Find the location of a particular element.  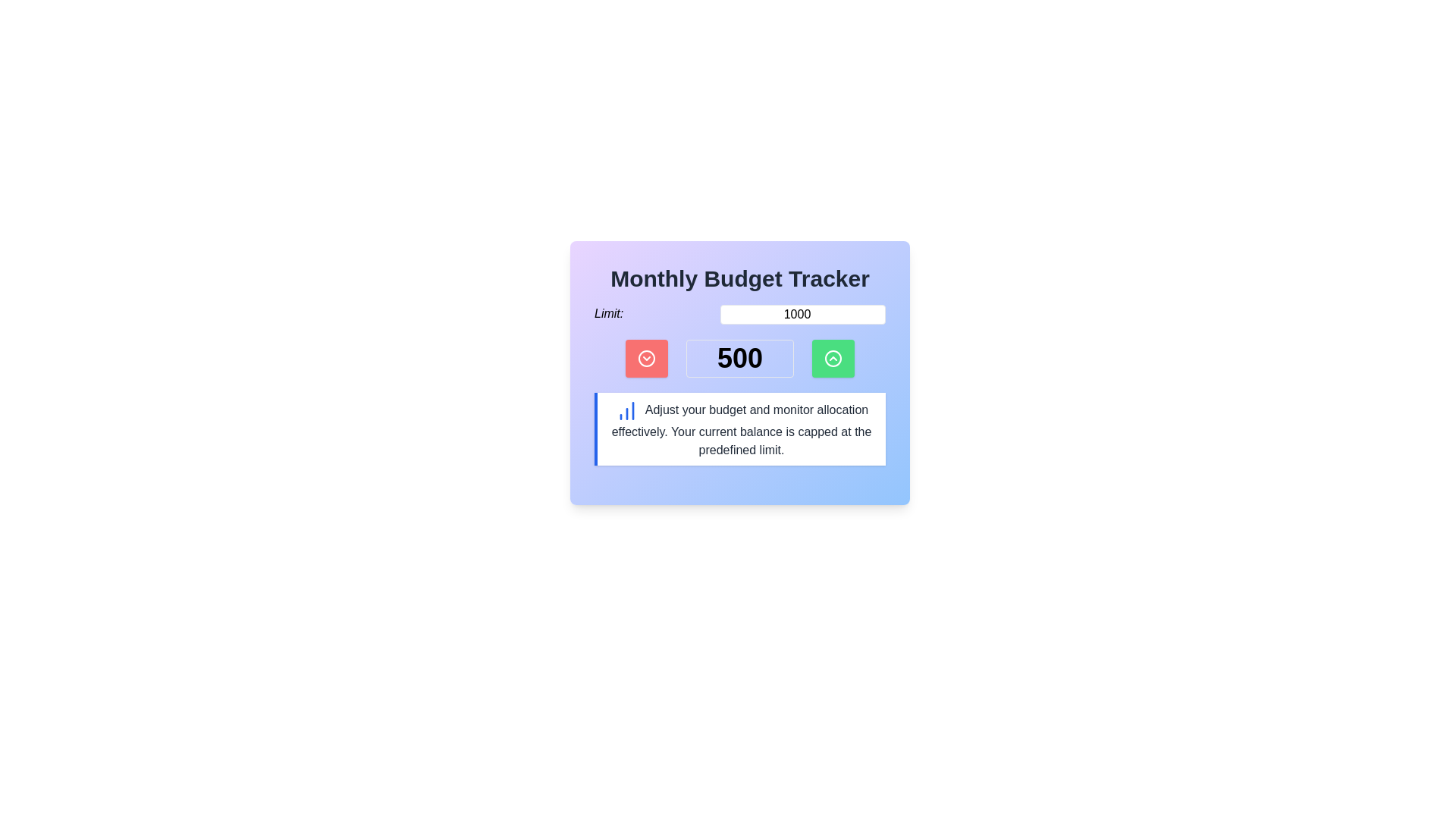

the static text display showing the current balance of '500' in the Monthly Budget Tracker interface, located centrally between the red and green buttons is located at coordinates (739, 359).